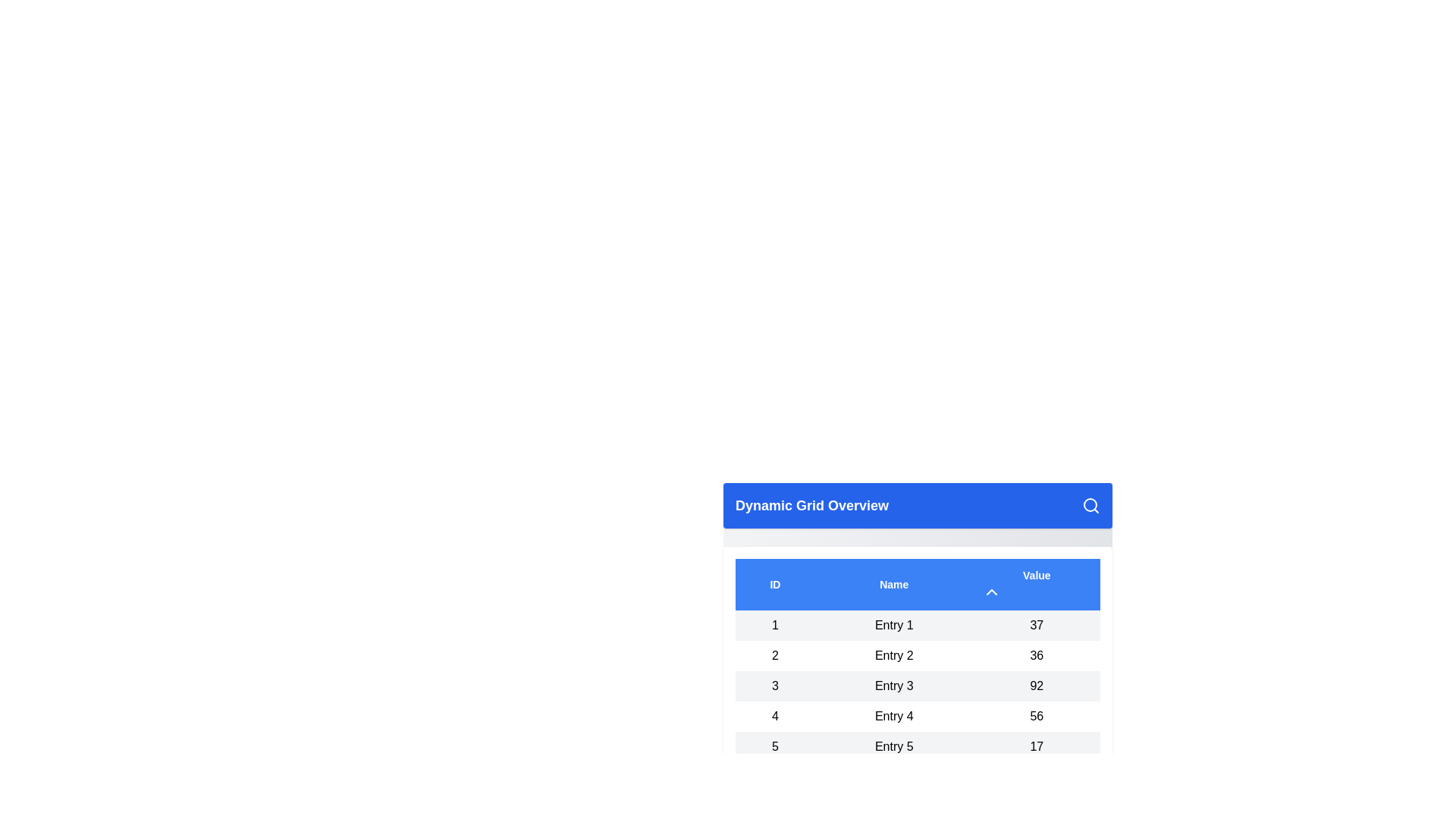 Image resolution: width=1456 pixels, height=819 pixels. Describe the element at coordinates (917, 506) in the screenshot. I see `the header section of the component to visually inspect the title 'Dynamic Grid Overview'` at that location.